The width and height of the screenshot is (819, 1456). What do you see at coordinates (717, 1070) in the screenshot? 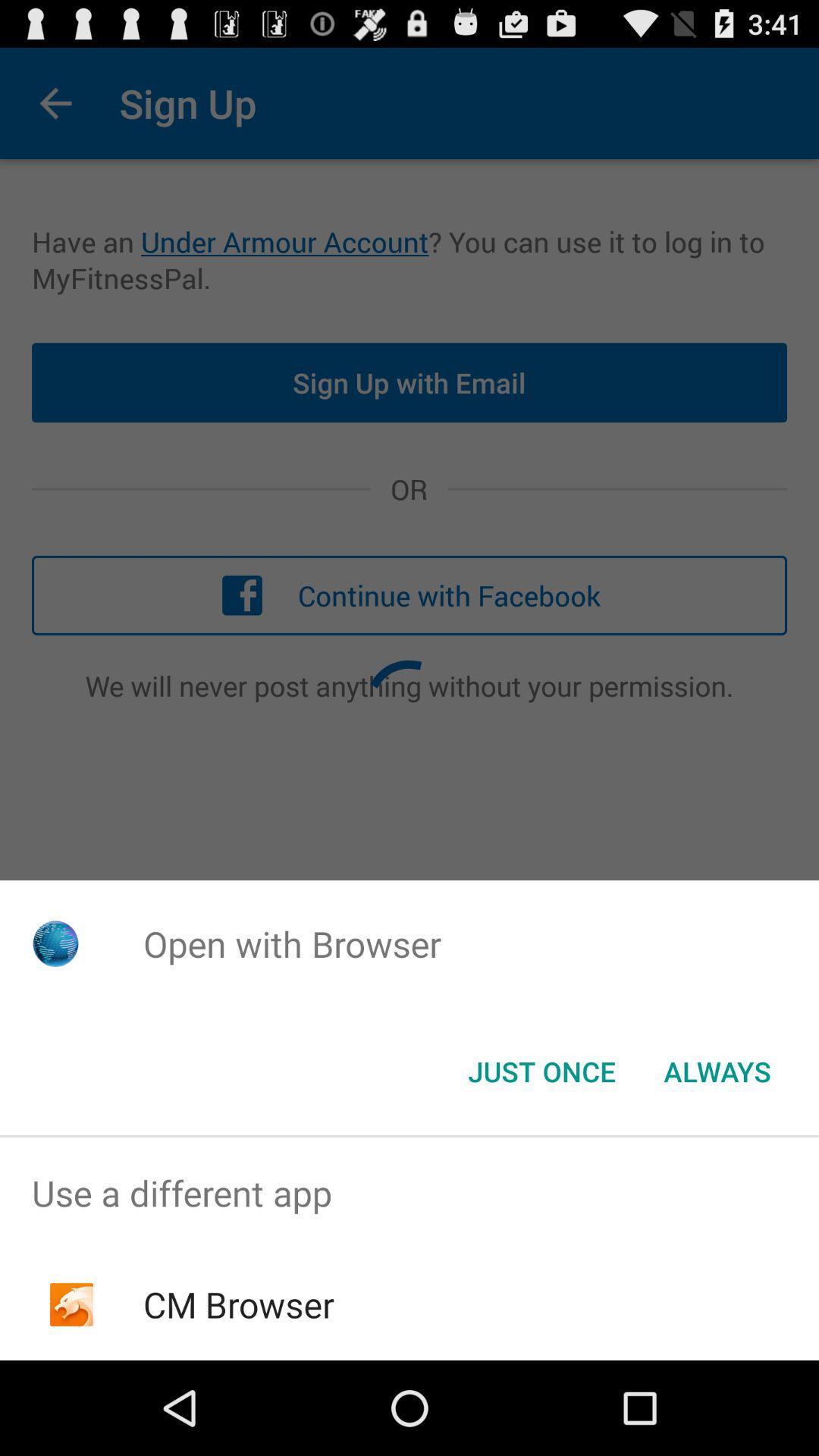
I see `app below the open with browser item` at bounding box center [717, 1070].